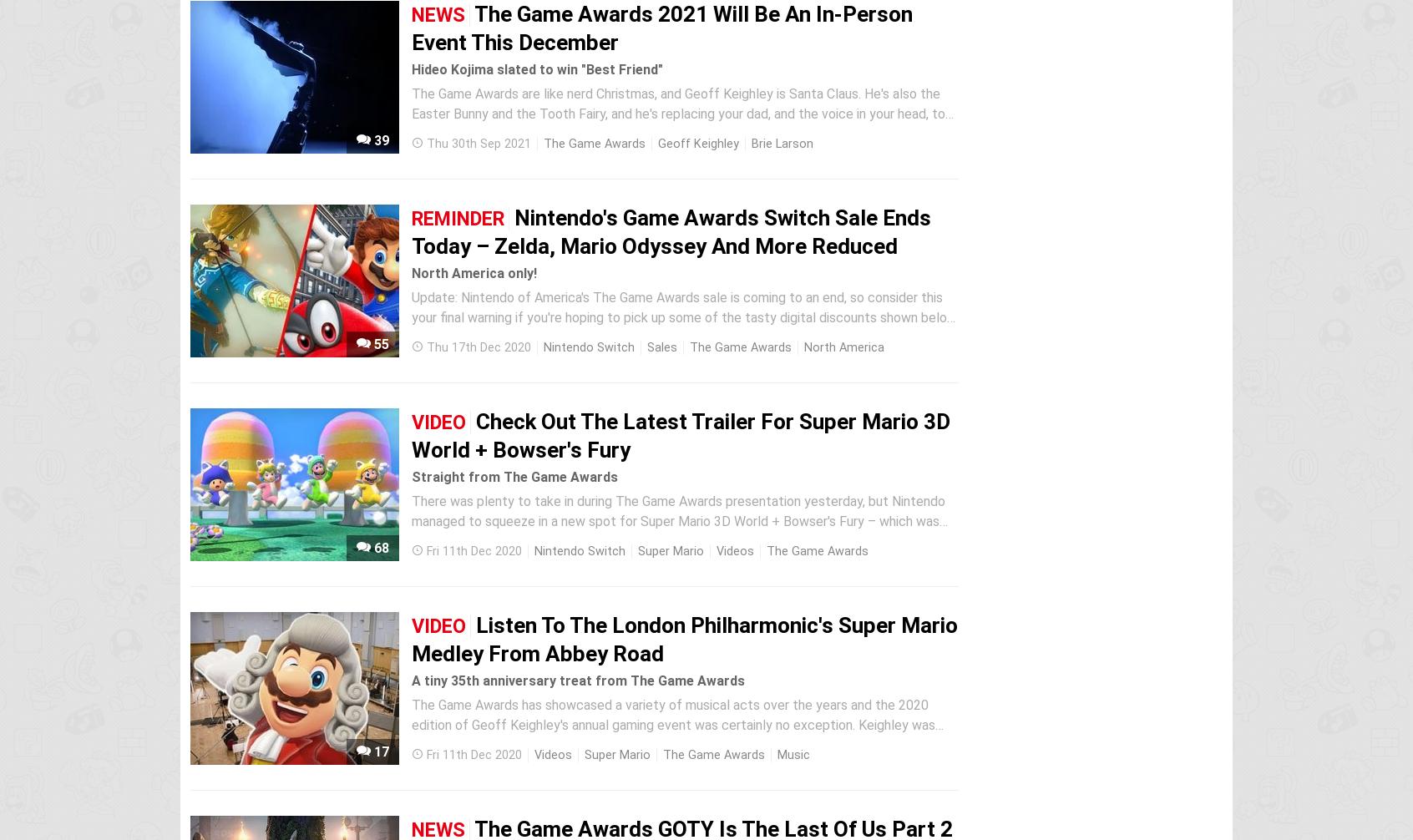 This screenshot has width=1413, height=840. I want to click on 'Music', so click(777, 754).